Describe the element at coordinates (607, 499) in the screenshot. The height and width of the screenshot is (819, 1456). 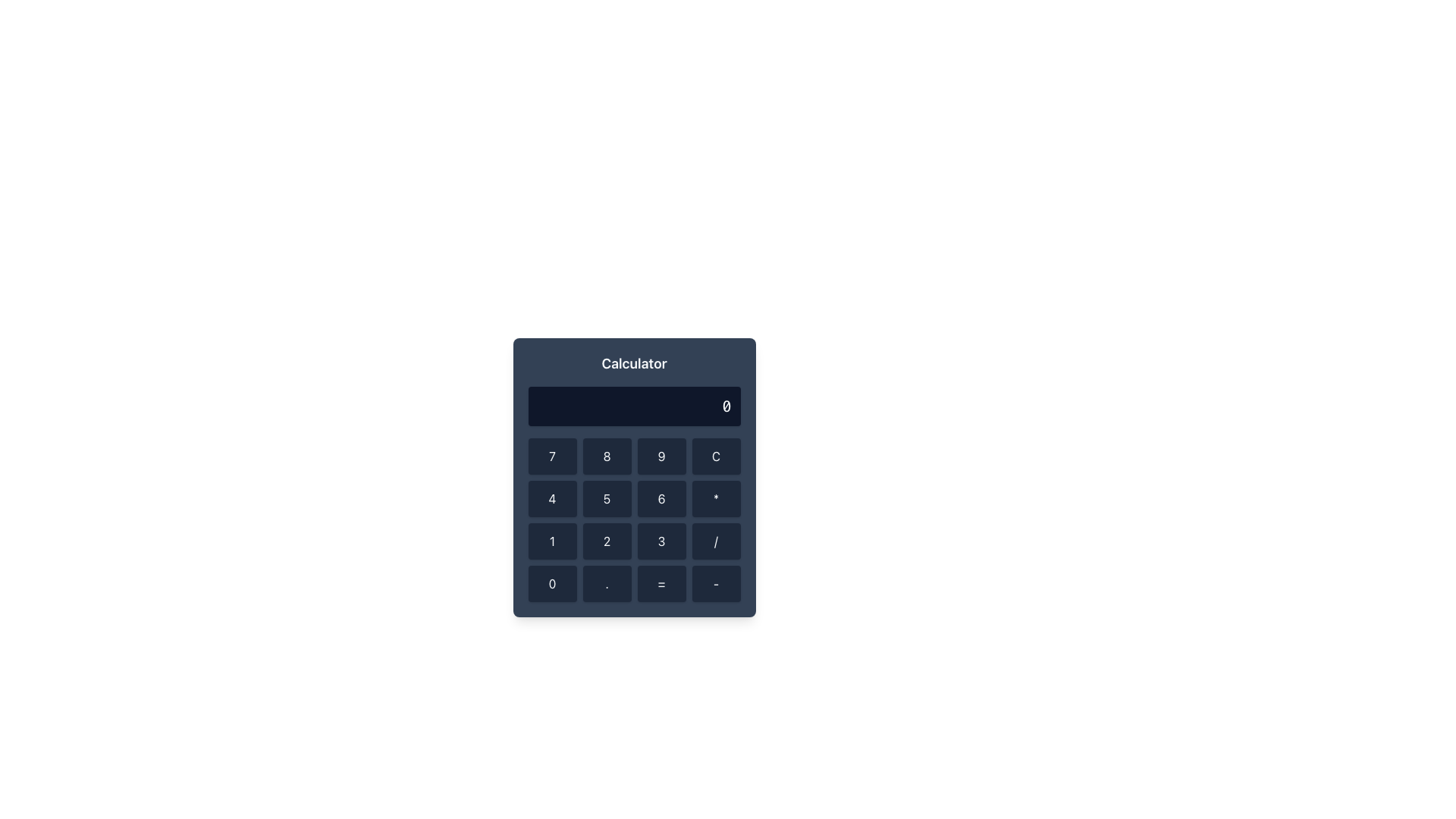
I see `the numeric input button for '5' on the calculator interface to input the number 5` at that location.